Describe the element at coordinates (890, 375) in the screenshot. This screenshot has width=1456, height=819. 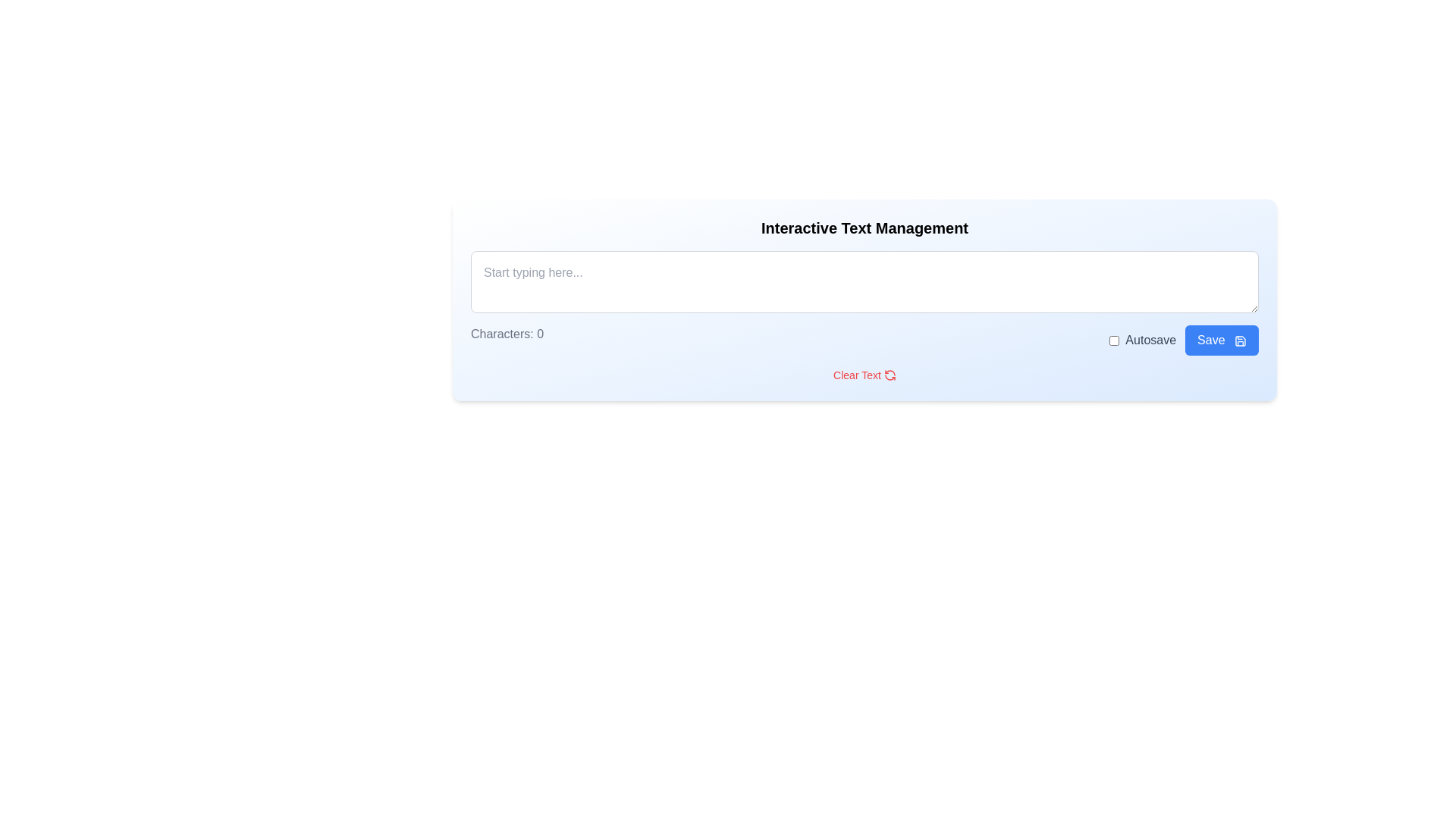
I see `the circular, red arrow-like icon indicating refresh functionality, located next to the 'Clear Text' label` at that location.